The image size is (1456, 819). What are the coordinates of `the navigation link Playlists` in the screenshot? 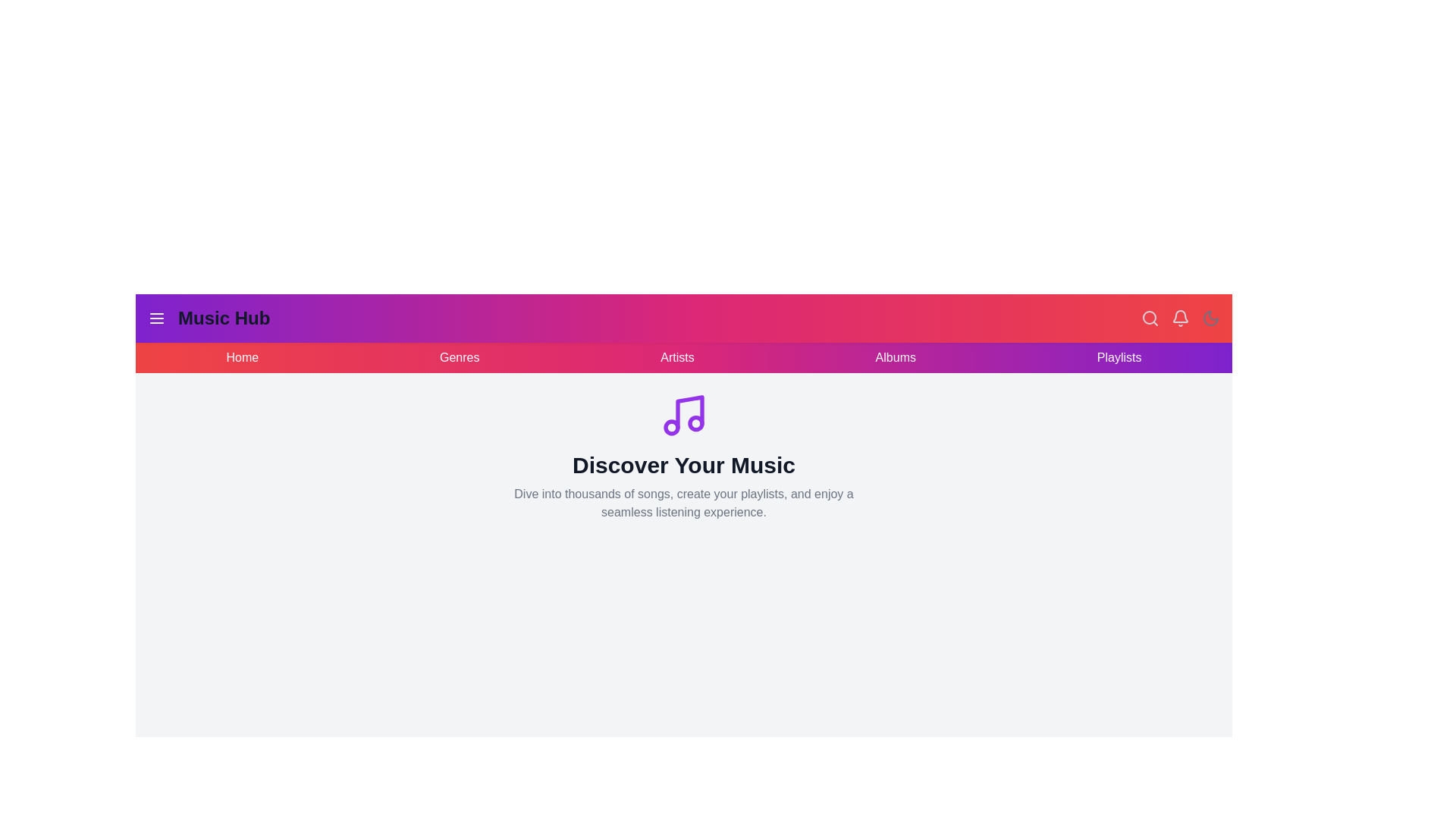 It's located at (1119, 357).